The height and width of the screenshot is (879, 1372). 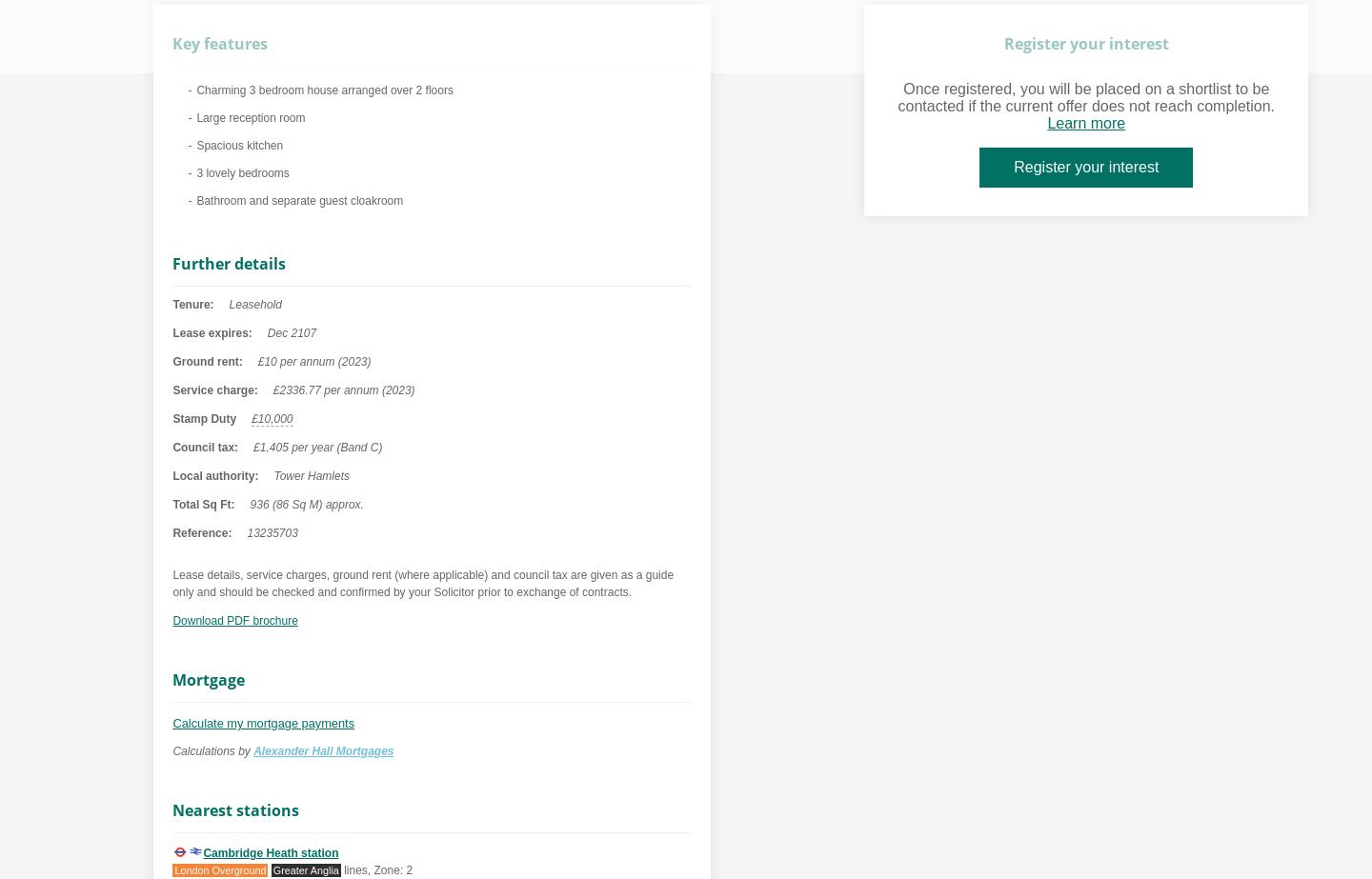 I want to click on 'Mortgage', so click(x=209, y=679).